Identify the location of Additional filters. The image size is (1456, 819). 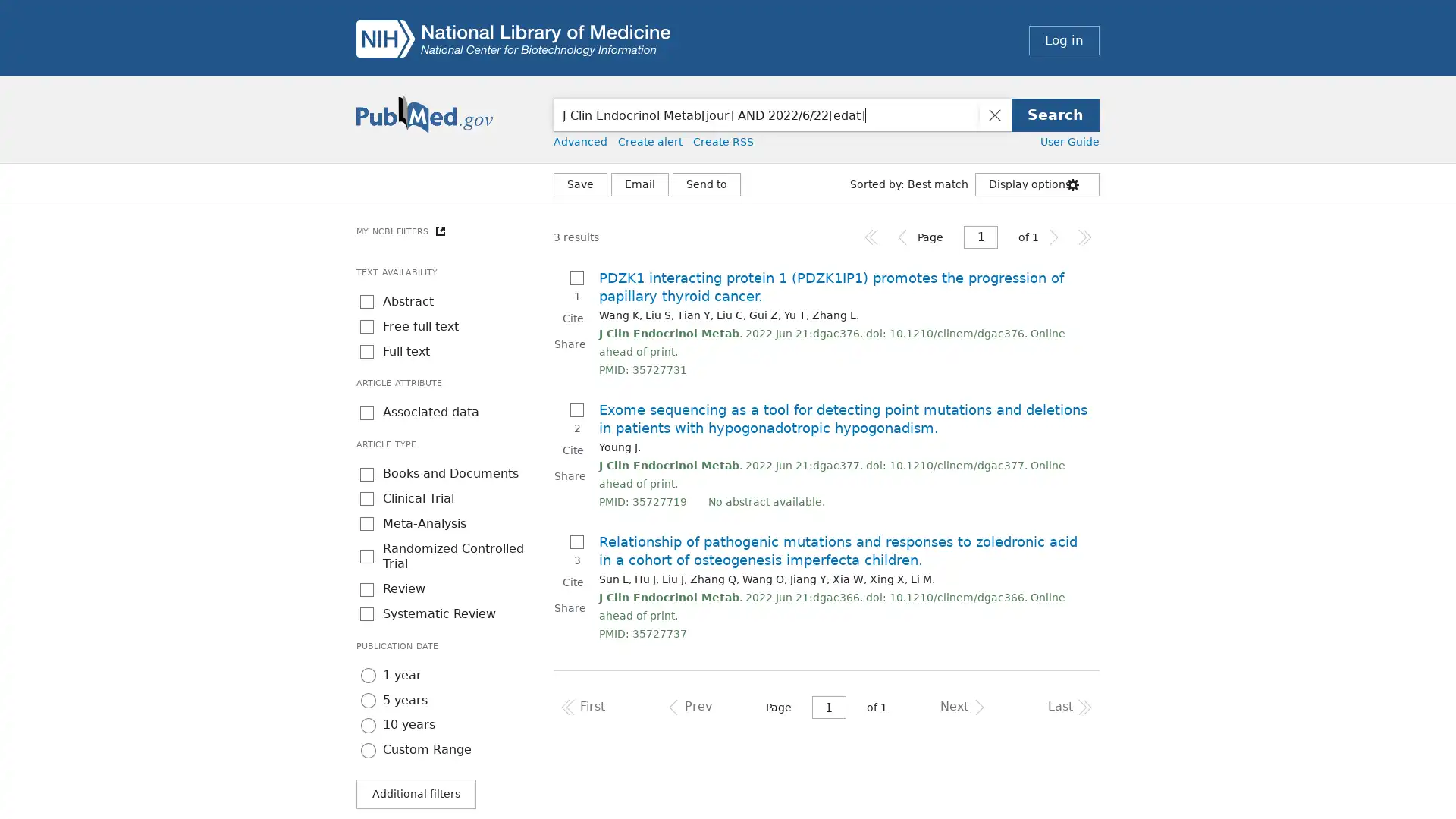
(416, 792).